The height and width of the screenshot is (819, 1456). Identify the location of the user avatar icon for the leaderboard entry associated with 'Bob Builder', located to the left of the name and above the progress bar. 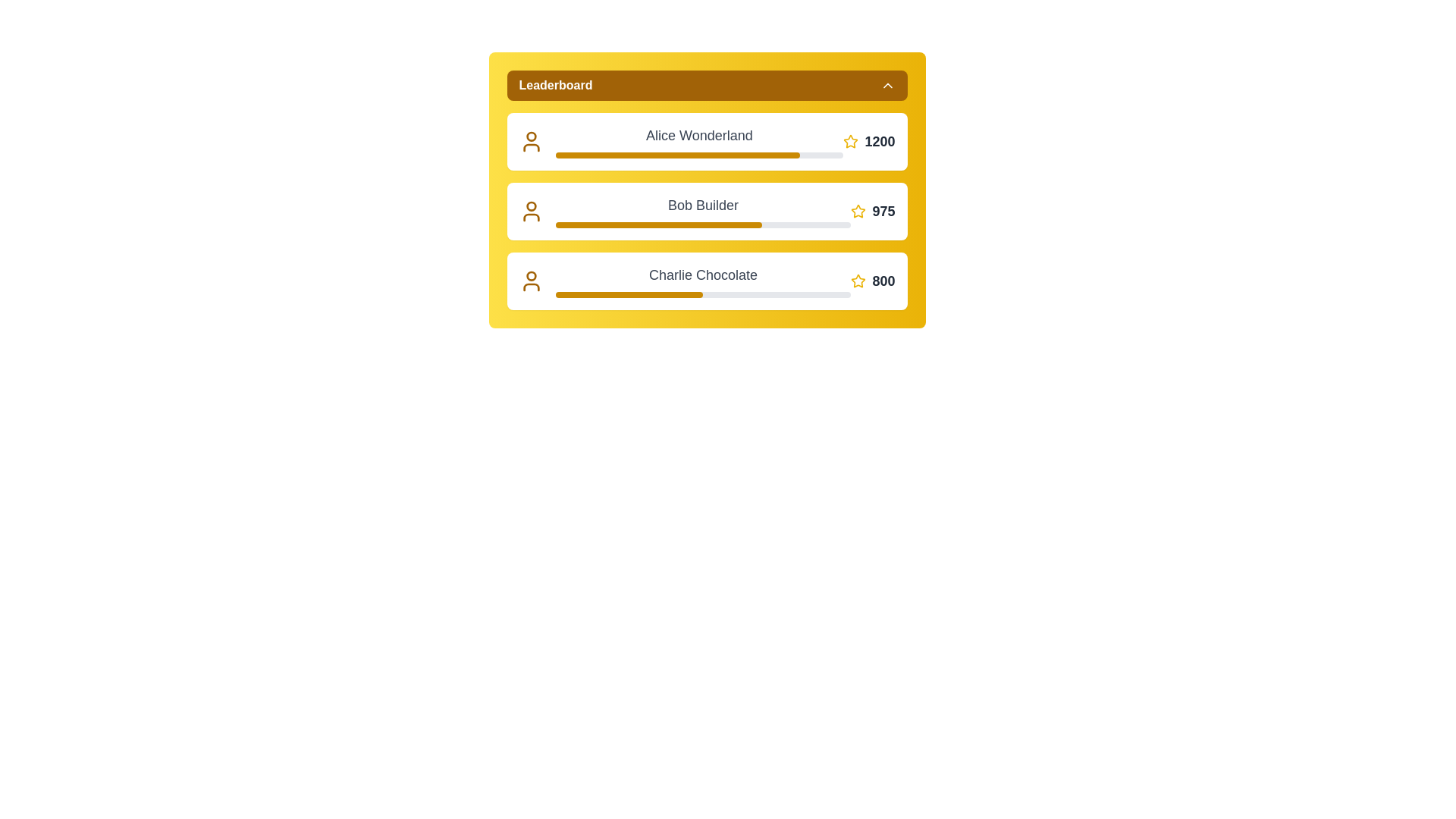
(531, 211).